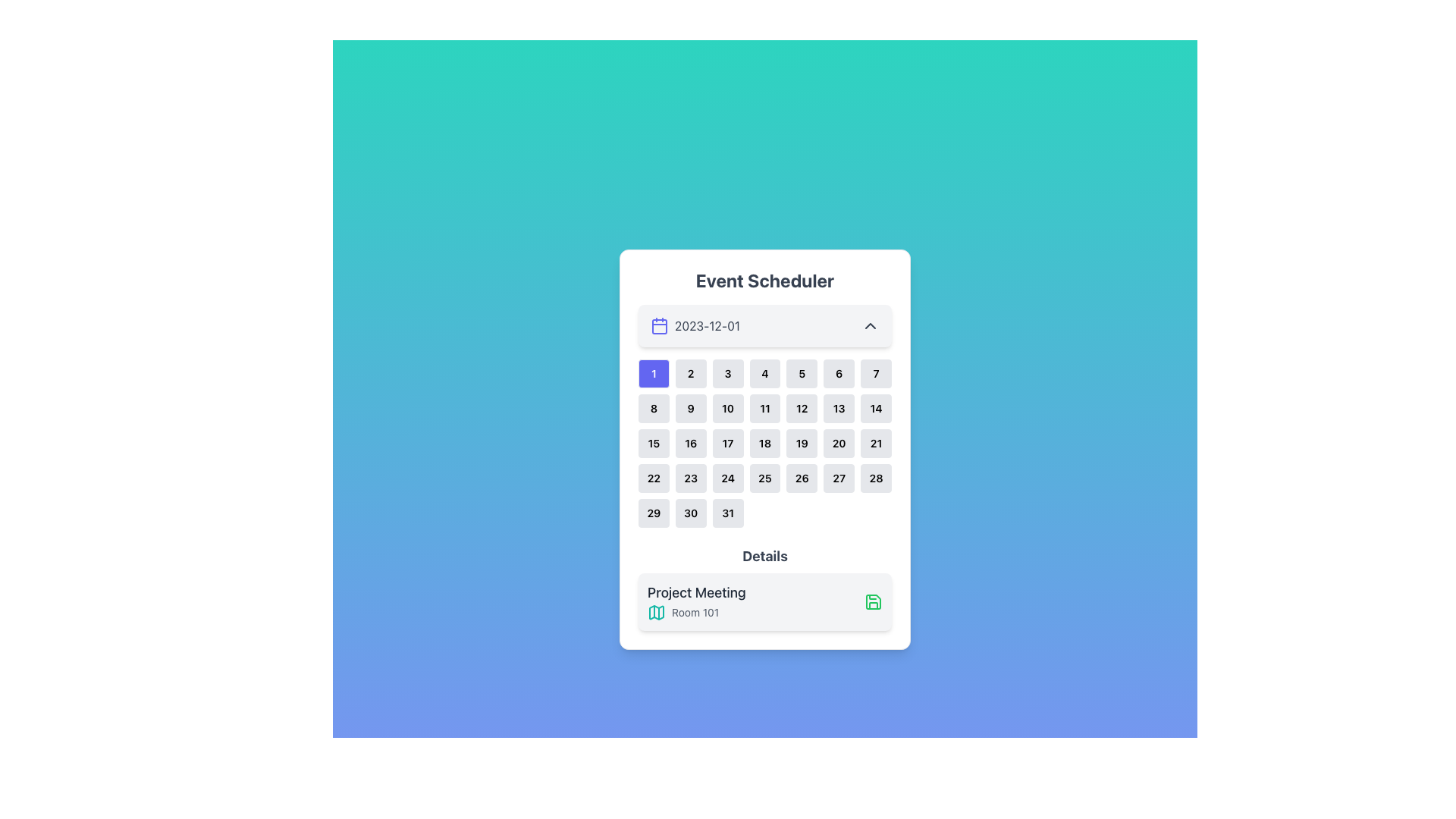  Describe the element at coordinates (654, 444) in the screenshot. I see `the selectable date button for the 15th day of the month in the Event Scheduler modal` at that location.